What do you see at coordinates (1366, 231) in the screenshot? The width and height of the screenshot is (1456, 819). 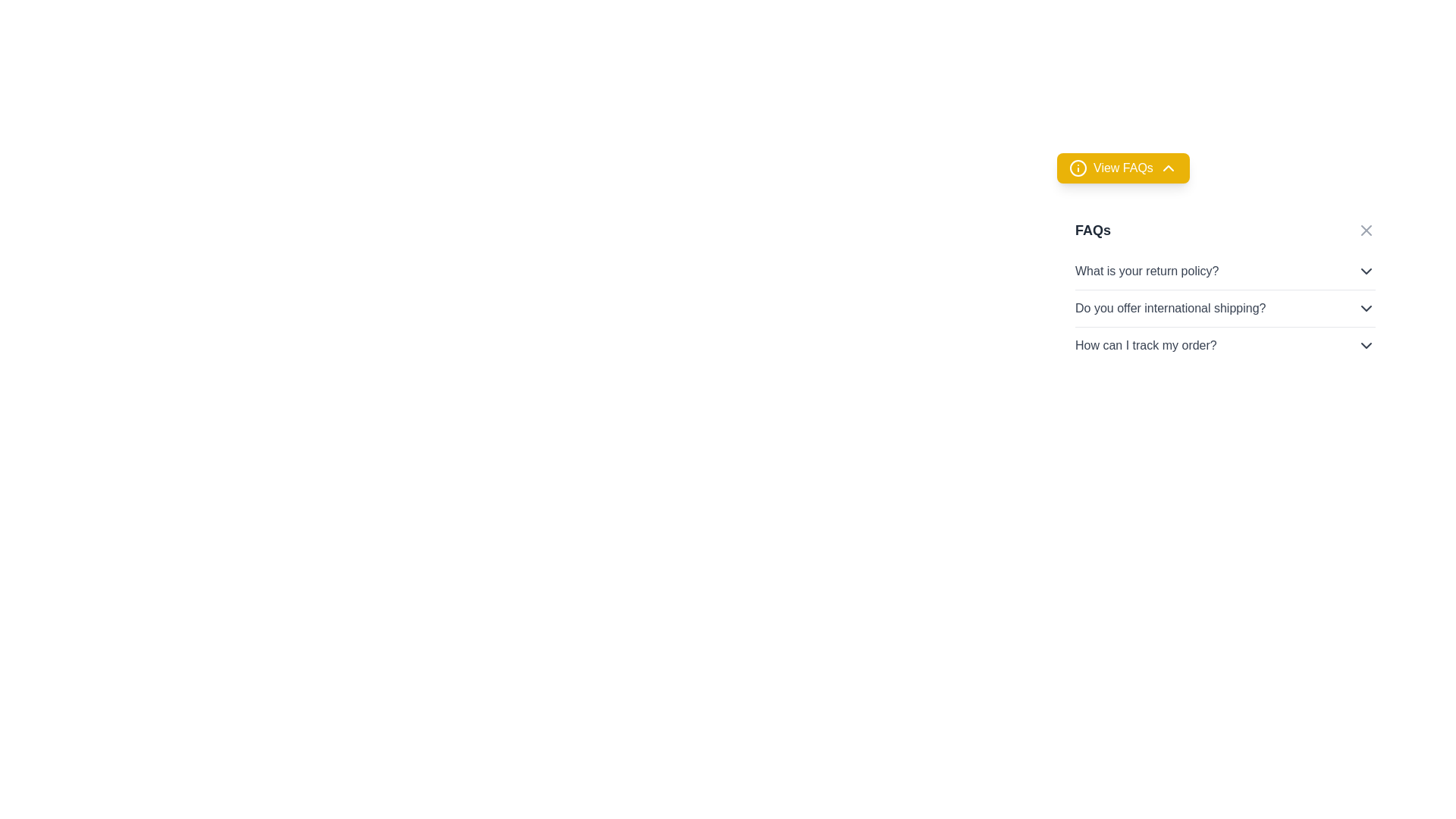 I see `the Close button, which is a small gray 'X' icon in the top right corner of the FAQ section` at bounding box center [1366, 231].